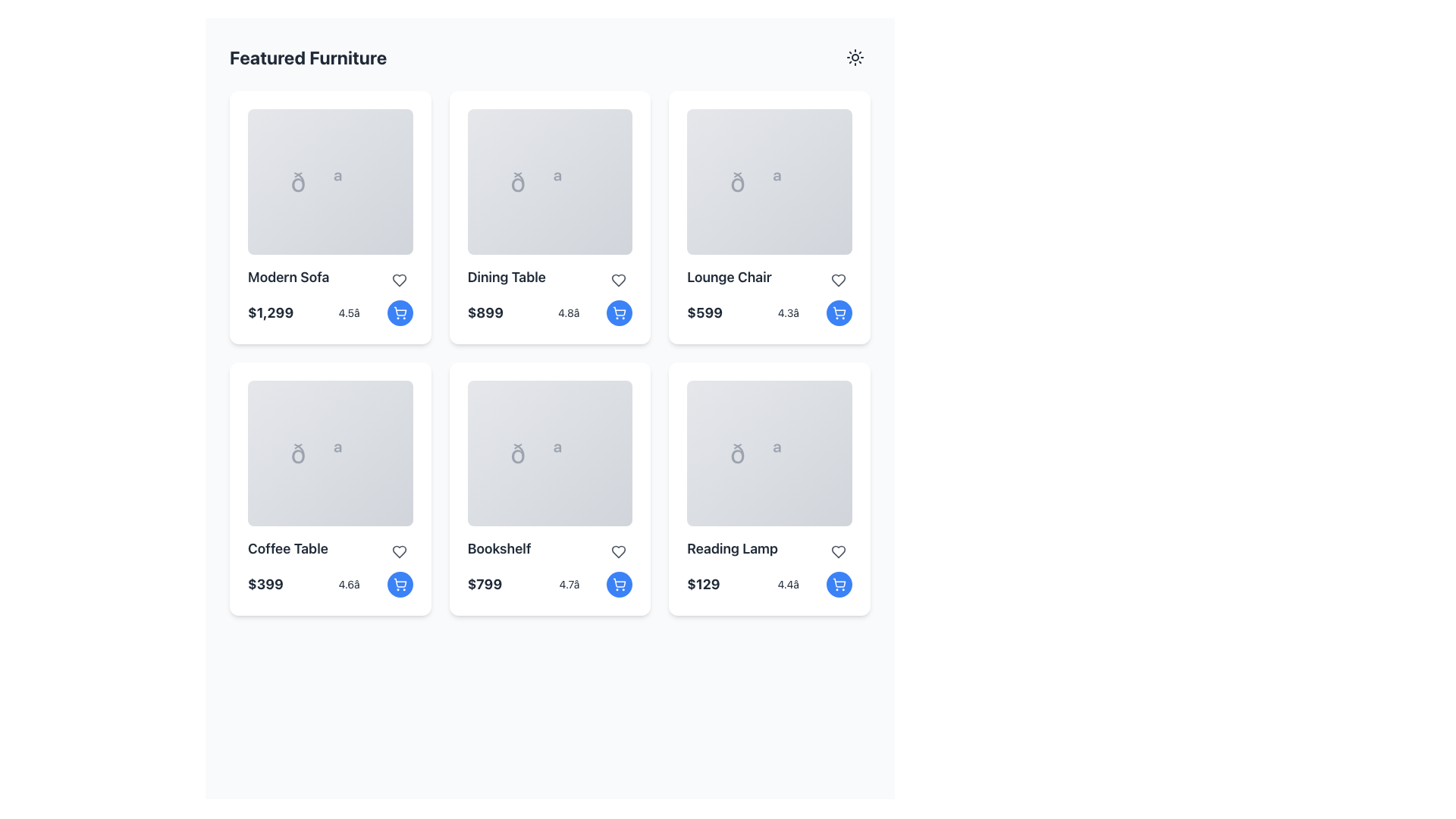 This screenshot has width=1456, height=819. Describe the element at coordinates (770, 281) in the screenshot. I see `the product name 'Lounge Chair' displayed in the third product card of the first row` at that location.